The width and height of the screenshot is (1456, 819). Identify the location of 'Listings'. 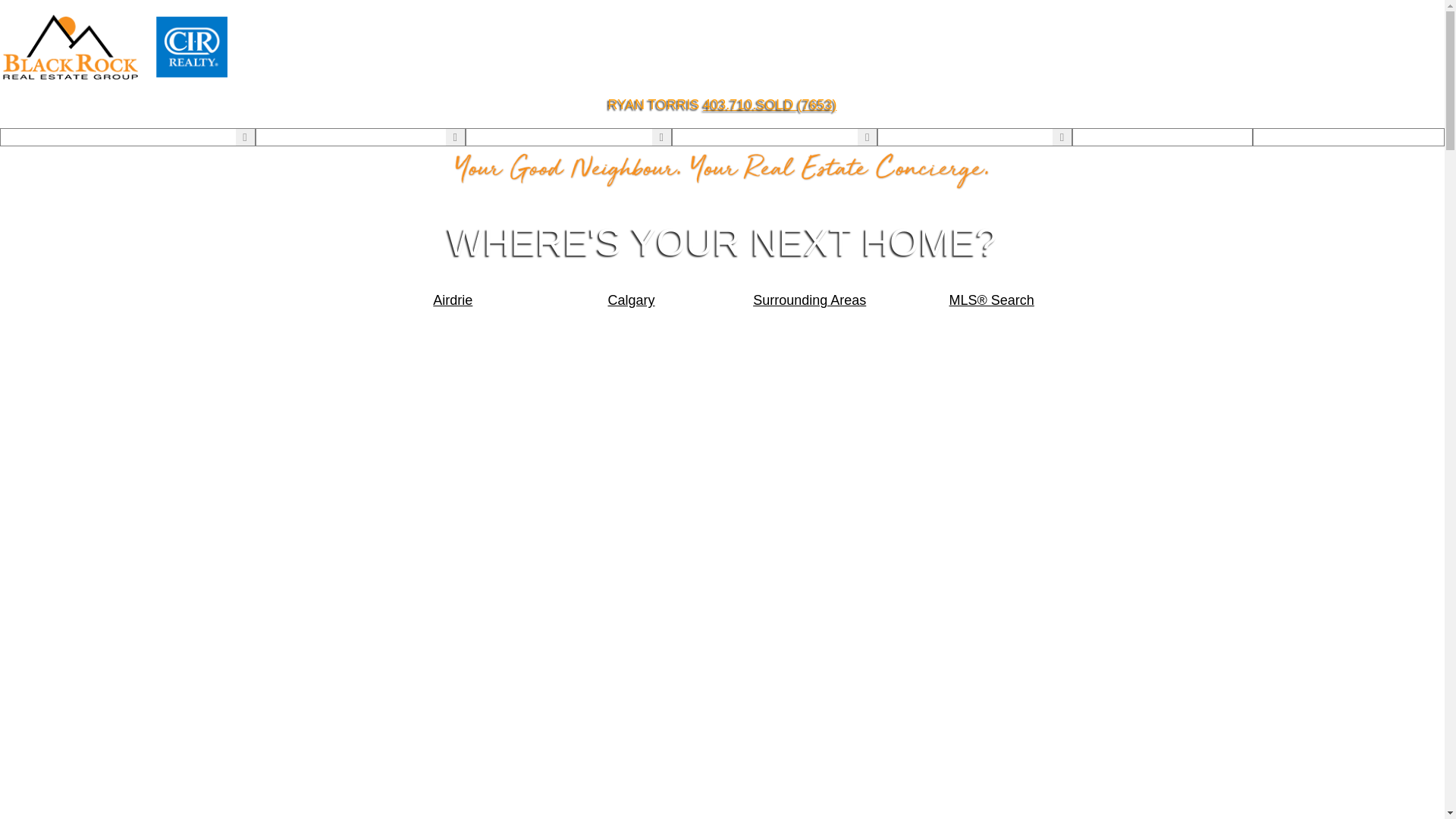
(280, 137).